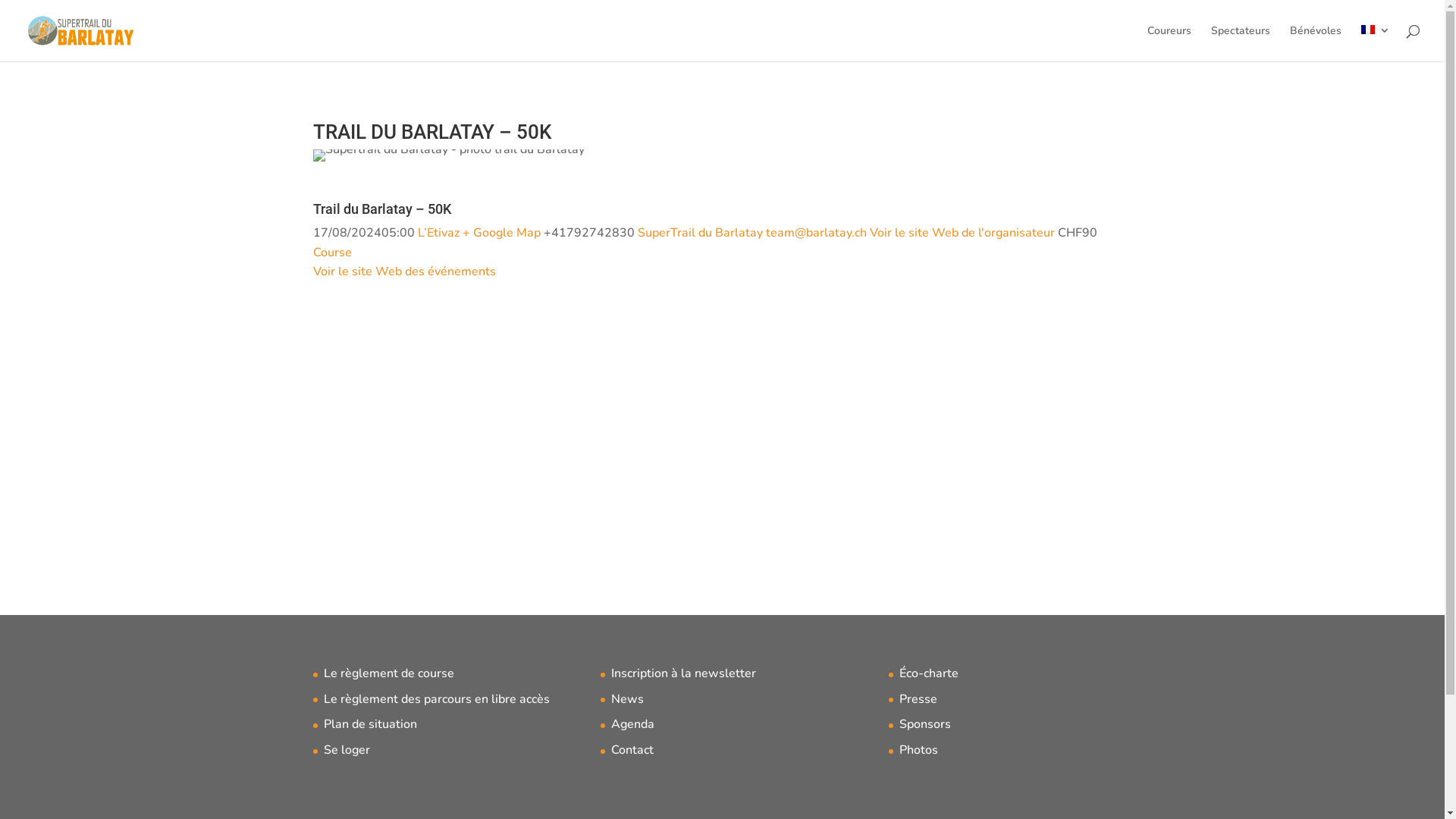 The width and height of the screenshot is (1456, 819). Describe the element at coordinates (322, 748) in the screenshot. I see `'Se loger'` at that location.